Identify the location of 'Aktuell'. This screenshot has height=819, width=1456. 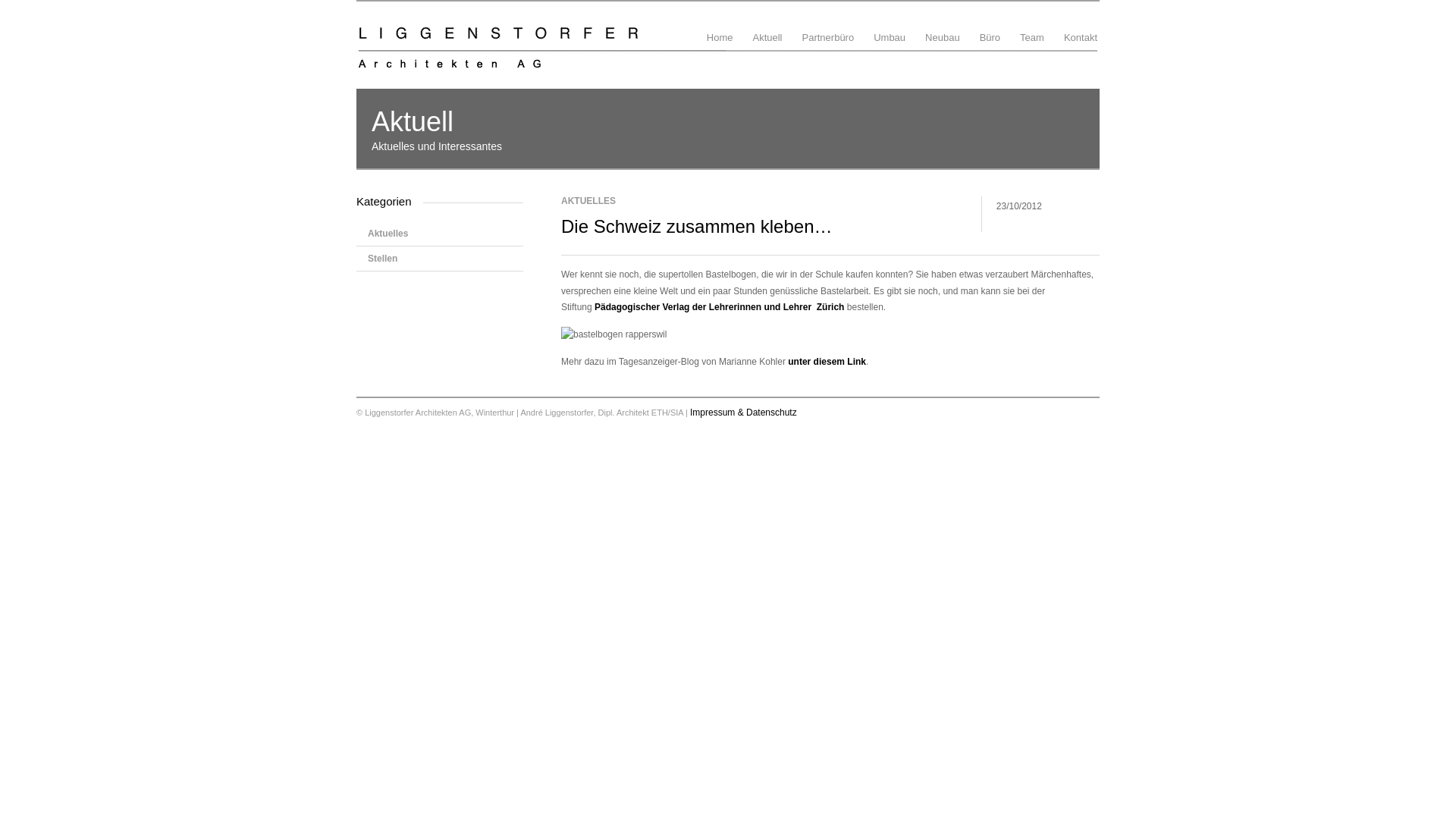
(767, 25).